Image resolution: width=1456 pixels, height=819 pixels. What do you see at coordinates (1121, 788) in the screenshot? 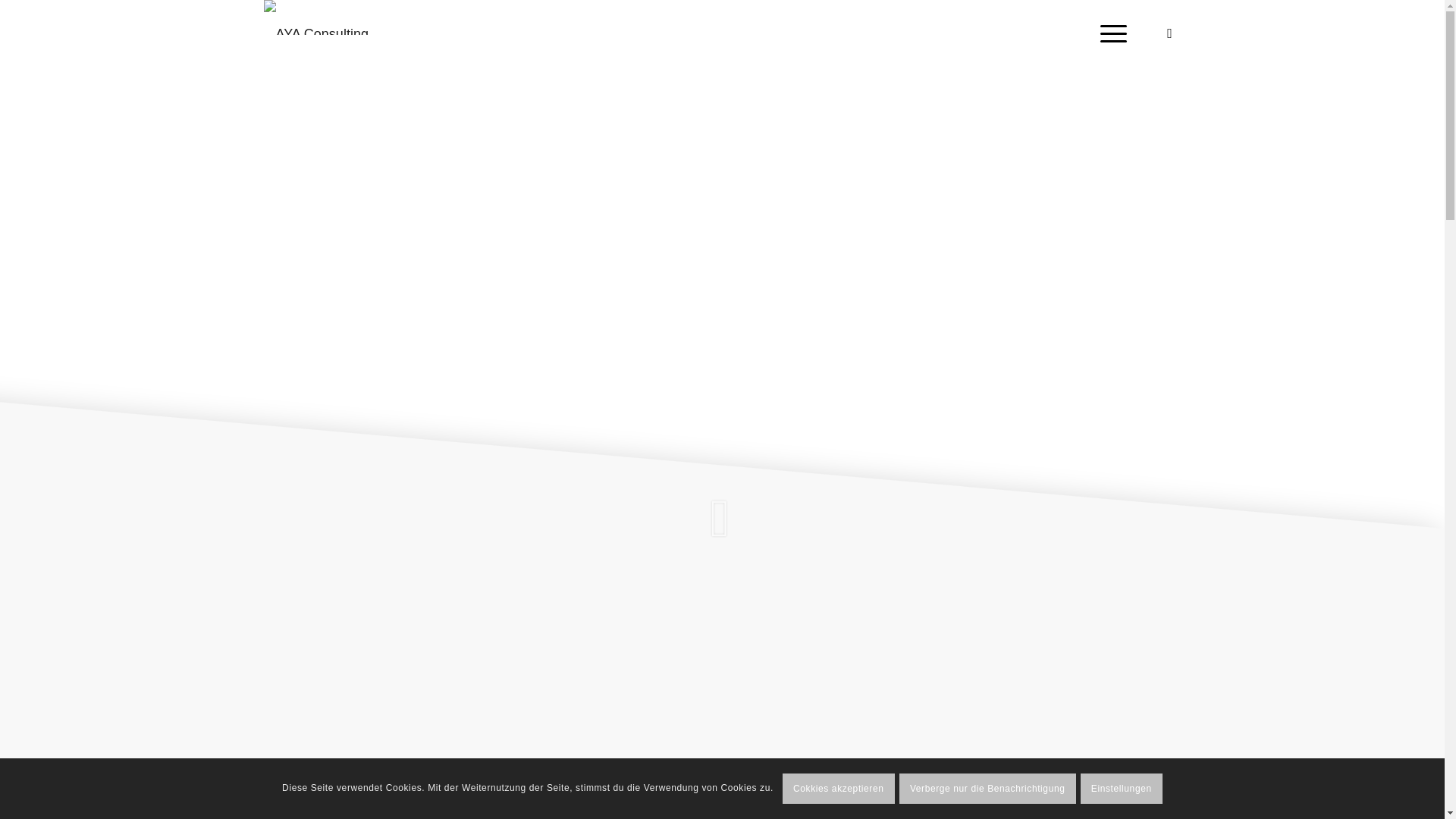
I see `'Einstellungen'` at bounding box center [1121, 788].